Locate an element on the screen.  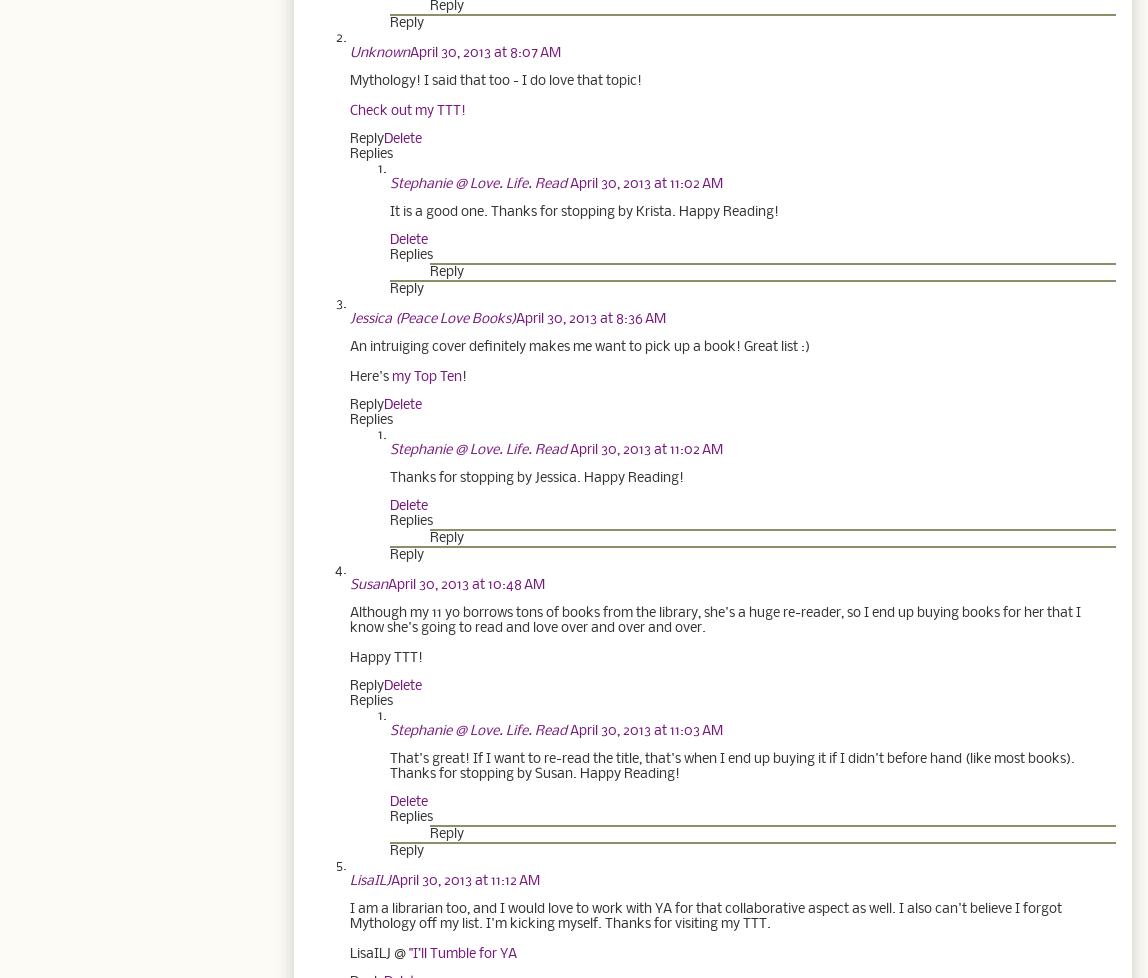
'I am a librarian too, and I would love to work with YA for that collaborative aspect as well.  I also can't believe I forgot Mythology off my list.  I'm kicking myself.  Thanks for visiting my TTT.' is located at coordinates (350, 914).